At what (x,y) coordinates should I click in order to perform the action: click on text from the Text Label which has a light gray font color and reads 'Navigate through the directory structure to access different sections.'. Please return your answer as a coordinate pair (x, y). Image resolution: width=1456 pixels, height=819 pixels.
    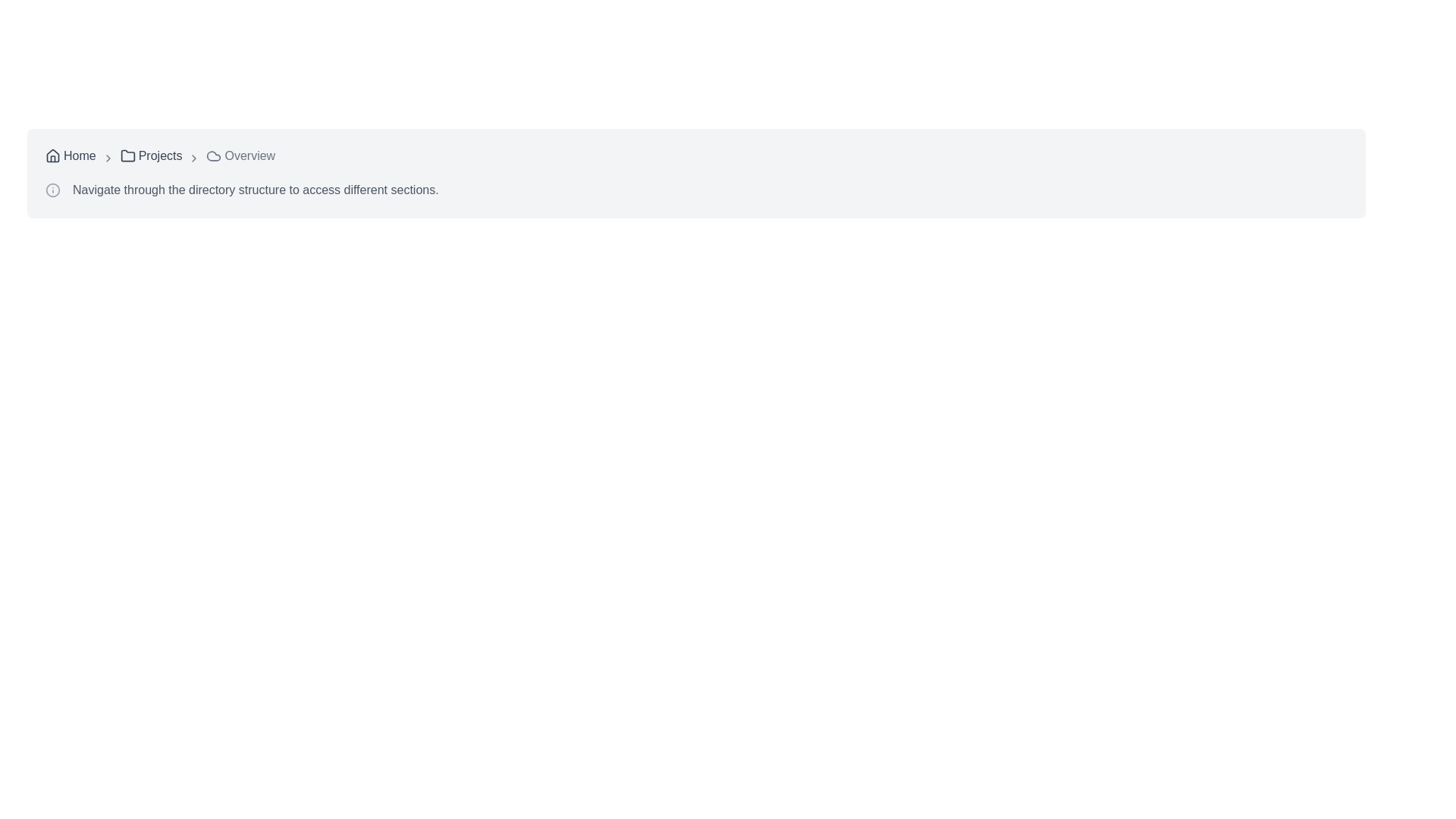
    Looking at the image, I should click on (256, 189).